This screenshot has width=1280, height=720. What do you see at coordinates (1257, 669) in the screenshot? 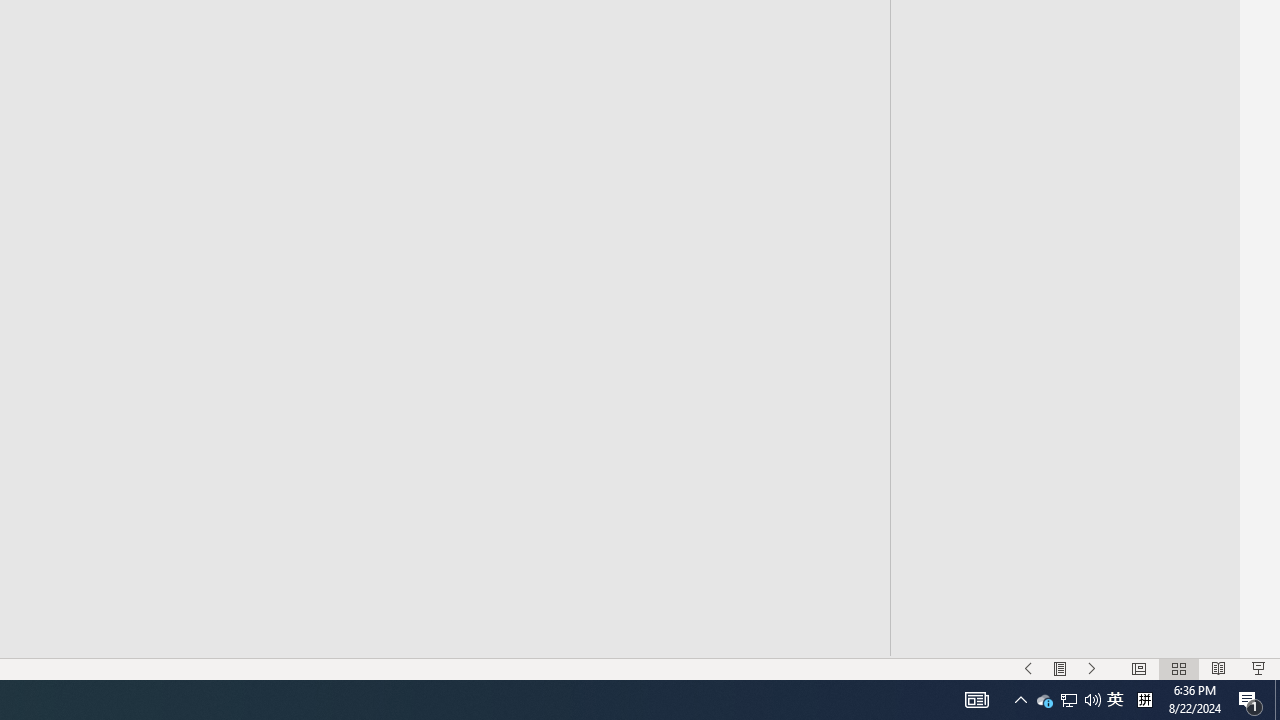
I see `'Slide Show'` at bounding box center [1257, 669].